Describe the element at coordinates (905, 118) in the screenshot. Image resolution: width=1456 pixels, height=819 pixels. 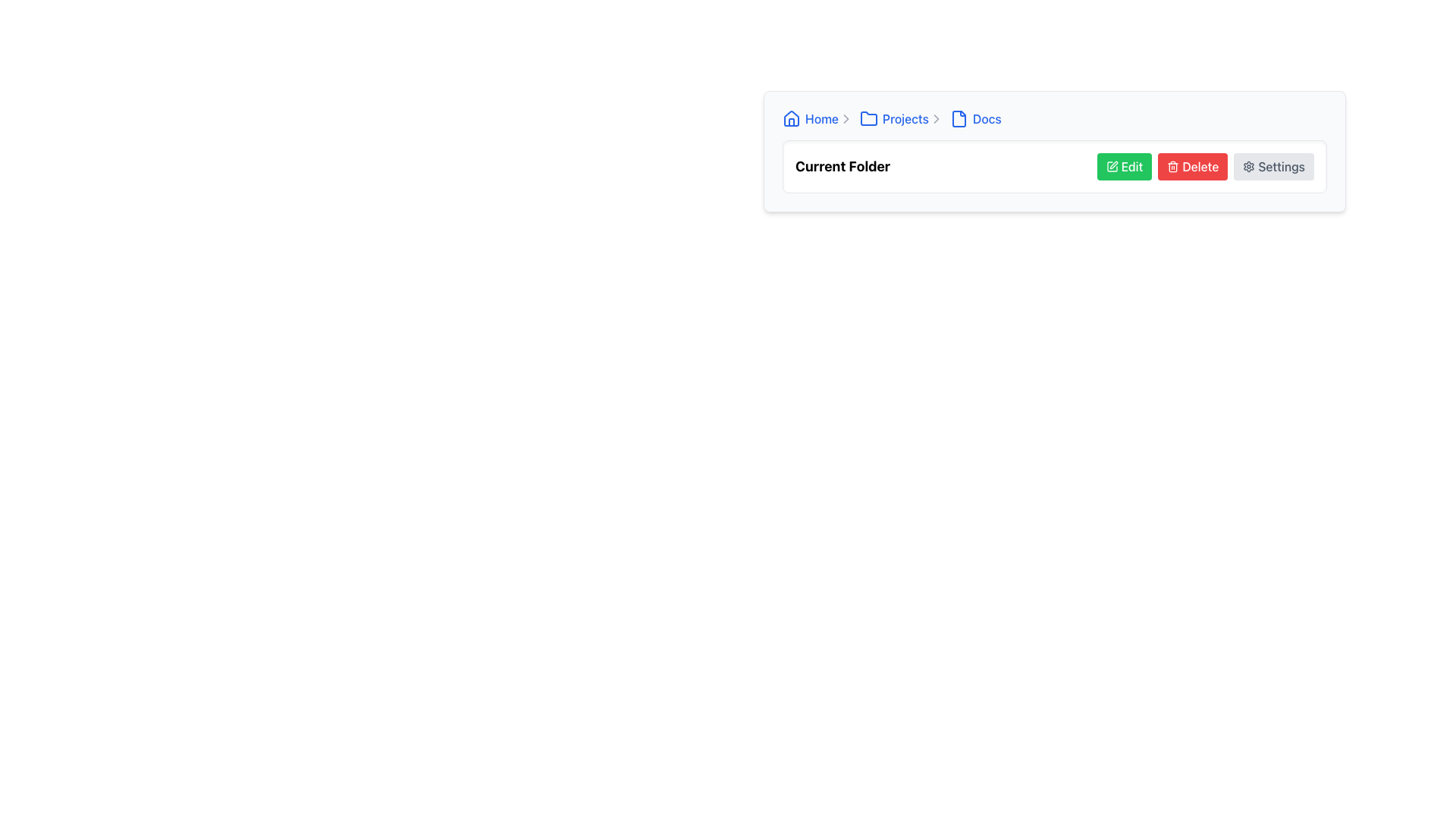
I see `the 'Projects' navigation link in the breadcrumb trail` at that location.